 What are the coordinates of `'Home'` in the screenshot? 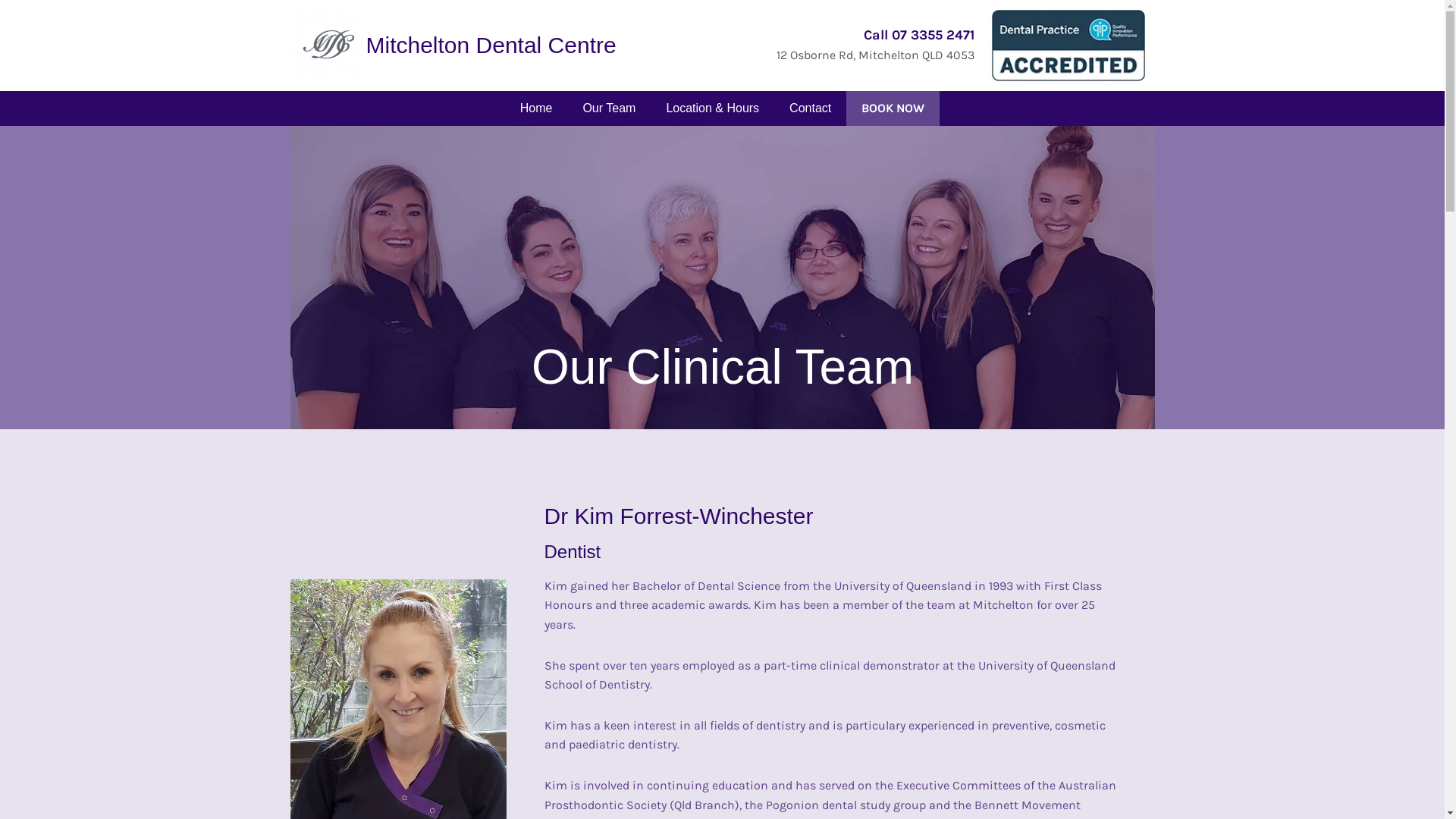 It's located at (536, 107).